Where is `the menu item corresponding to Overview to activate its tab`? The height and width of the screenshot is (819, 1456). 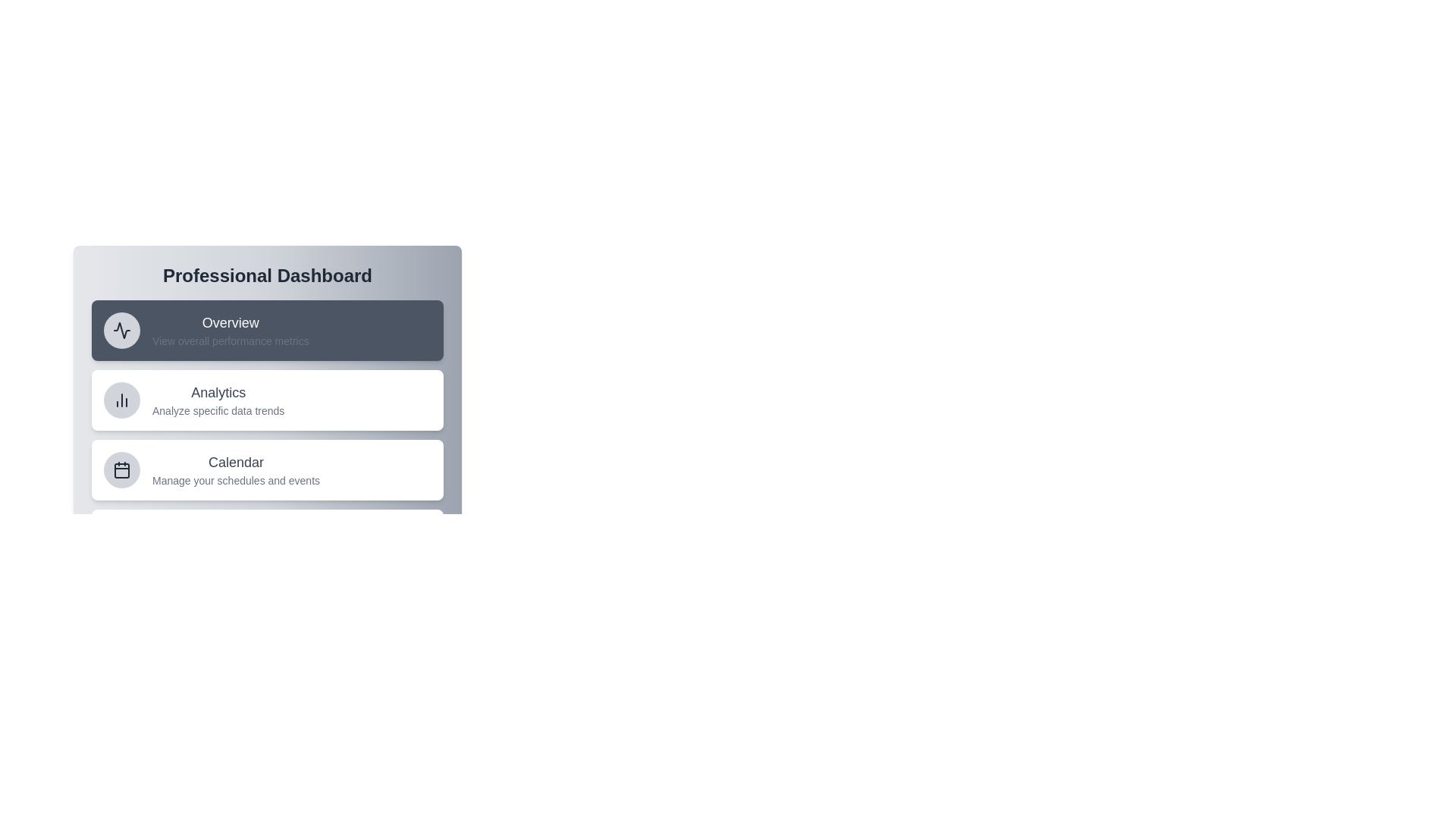
the menu item corresponding to Overview to activate its tab is located at coordinates (268, 329).